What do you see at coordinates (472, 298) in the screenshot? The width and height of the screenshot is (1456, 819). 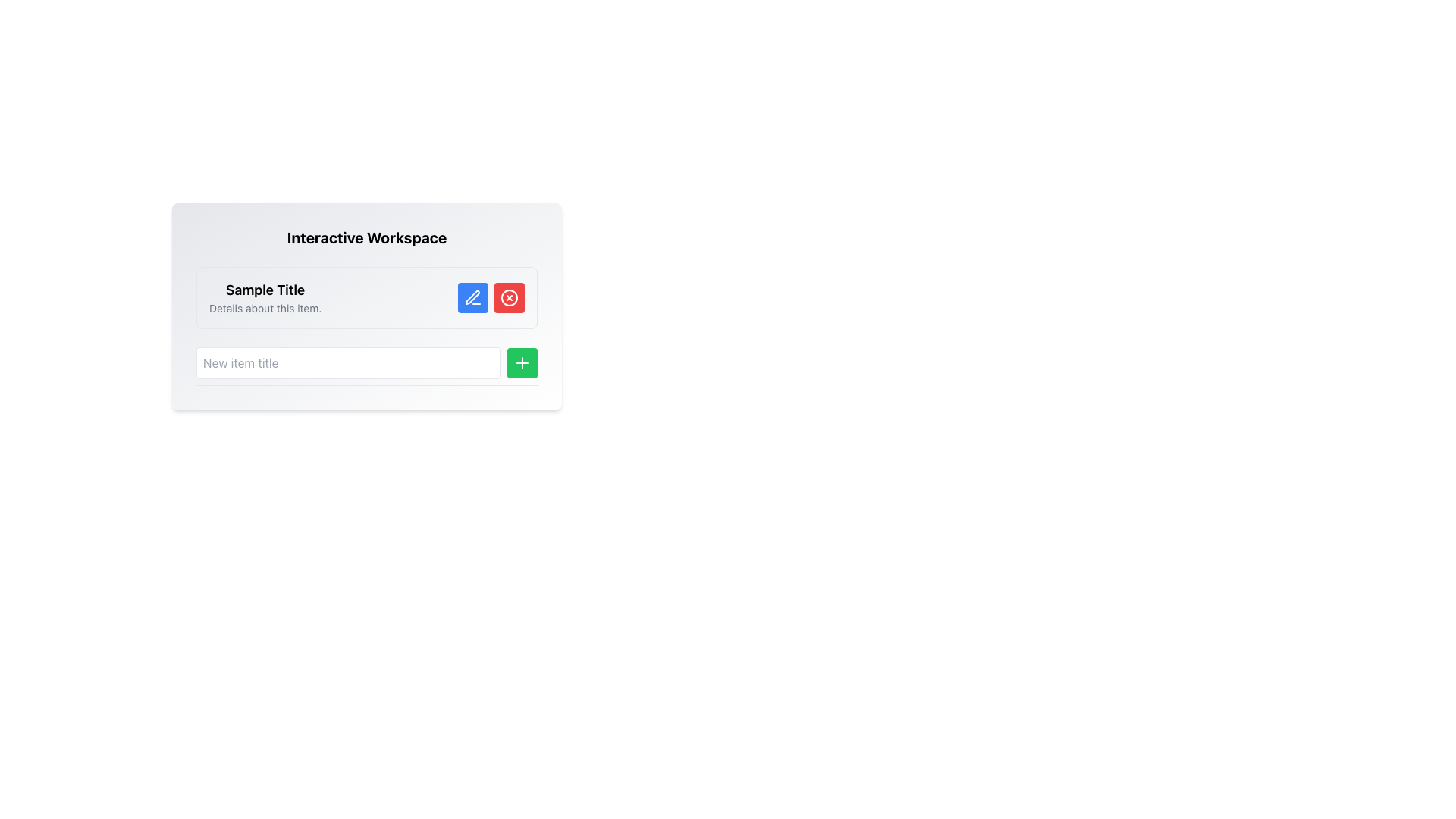 I see `the edit button located in the top-right of the panel under the header 'Interactive Workspace'` at bounding box center [472, 298].